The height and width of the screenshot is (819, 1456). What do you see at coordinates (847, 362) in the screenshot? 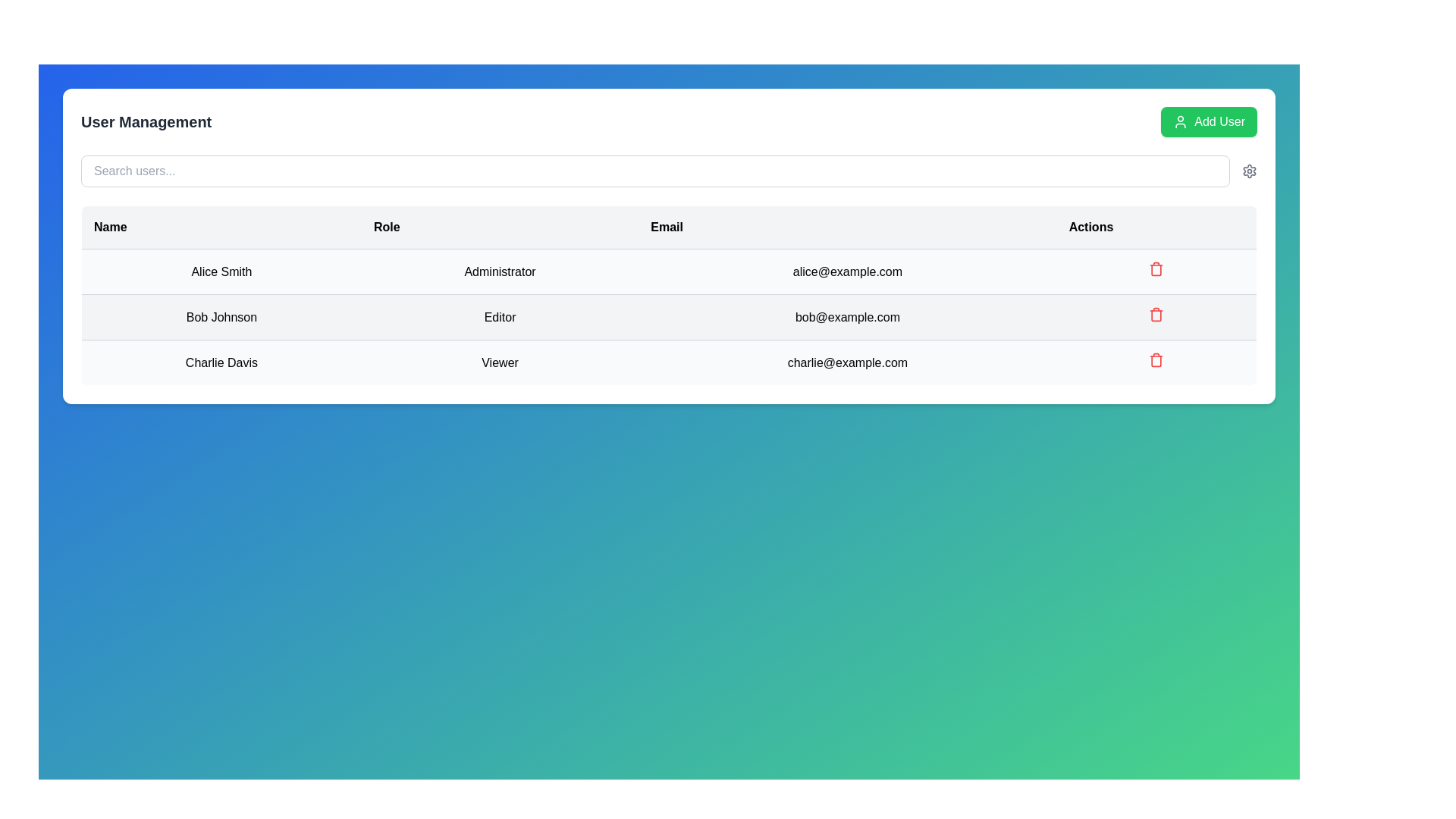
I see `the static text element displaying the email address in the third row of the user management table, located in the 'Email' column` at bounding box center [847, 362].